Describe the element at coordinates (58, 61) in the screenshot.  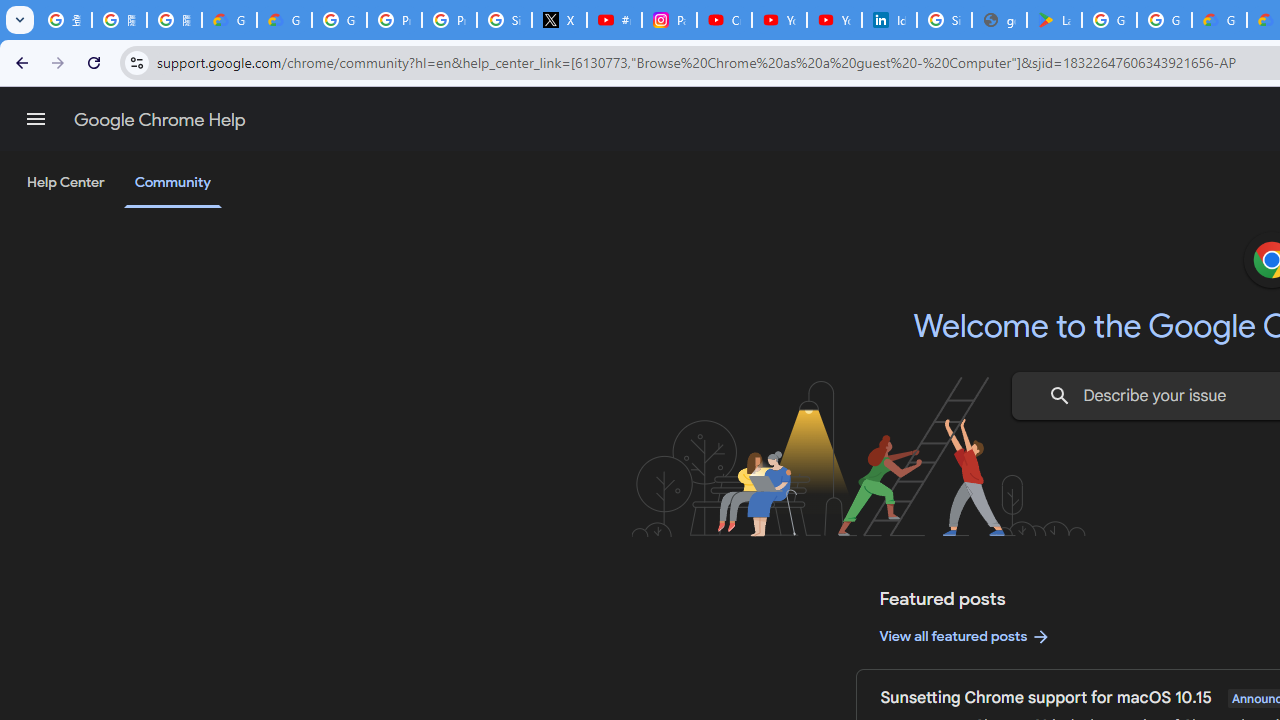
I see `'Forward'` at that location.